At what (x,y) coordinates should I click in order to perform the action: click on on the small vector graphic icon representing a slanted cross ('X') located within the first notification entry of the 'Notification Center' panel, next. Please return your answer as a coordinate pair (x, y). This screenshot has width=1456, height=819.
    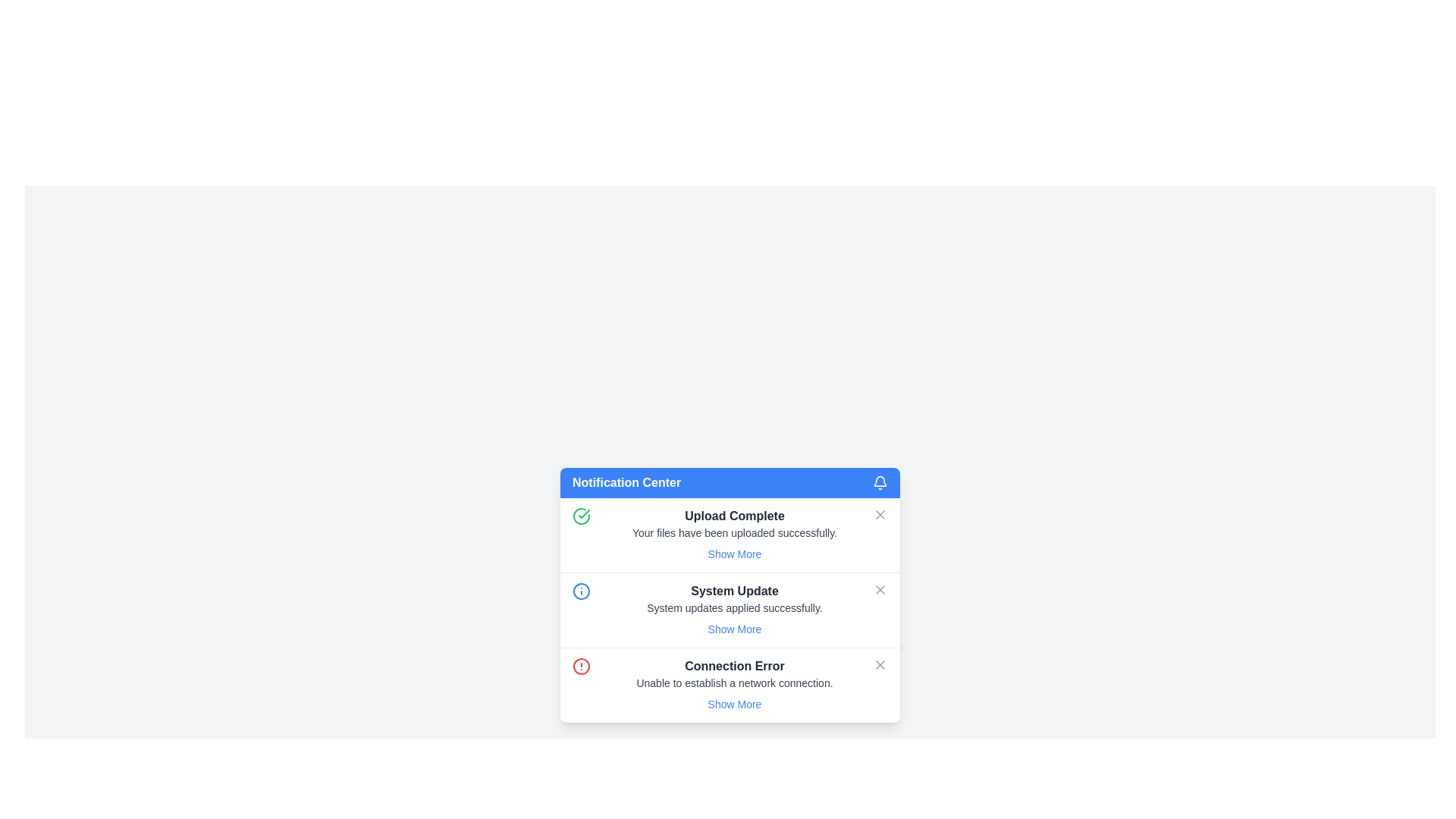
    Looking at the image, I should click on (880, 513).